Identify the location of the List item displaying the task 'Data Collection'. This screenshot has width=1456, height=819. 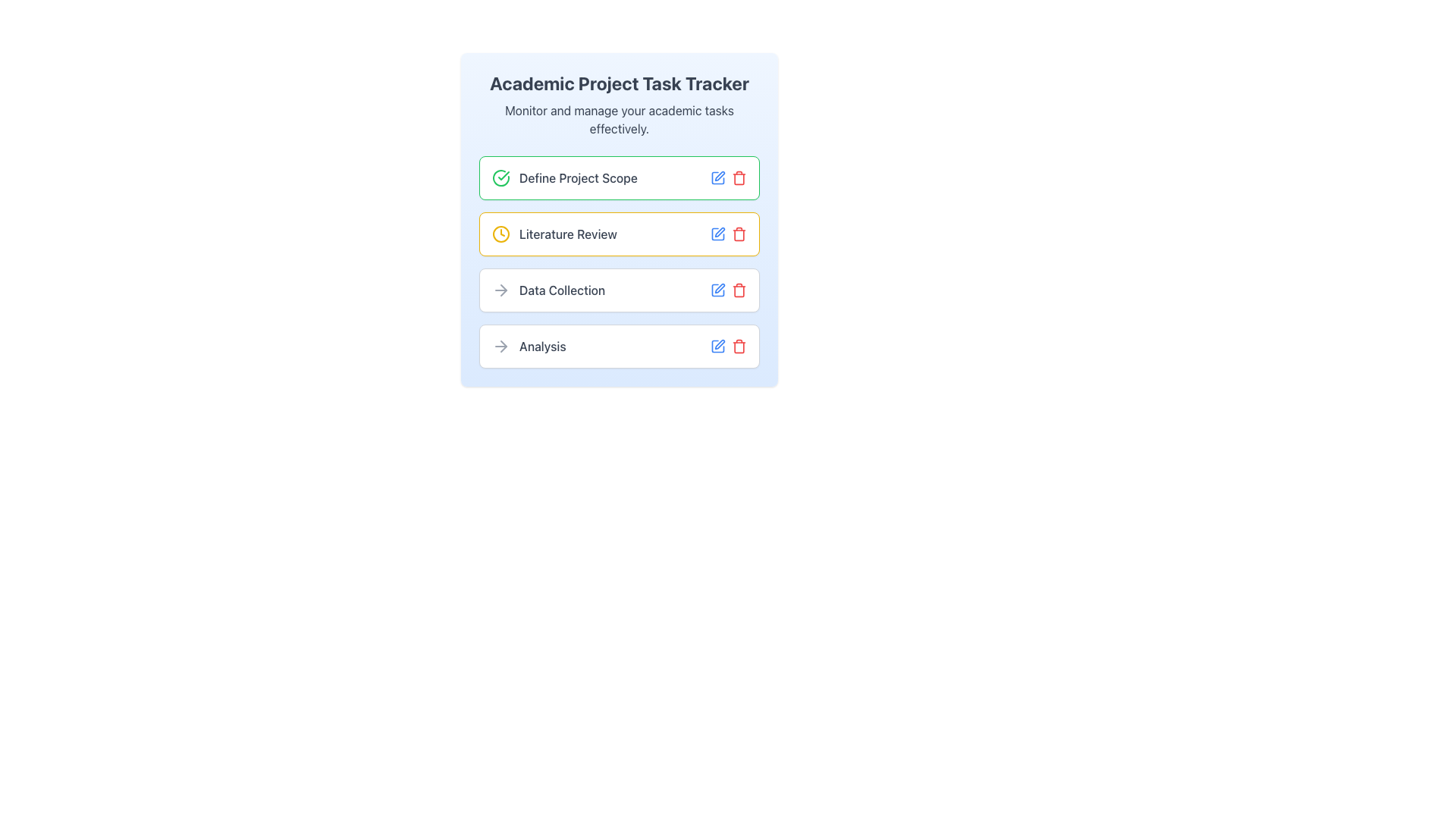
(619, 290).